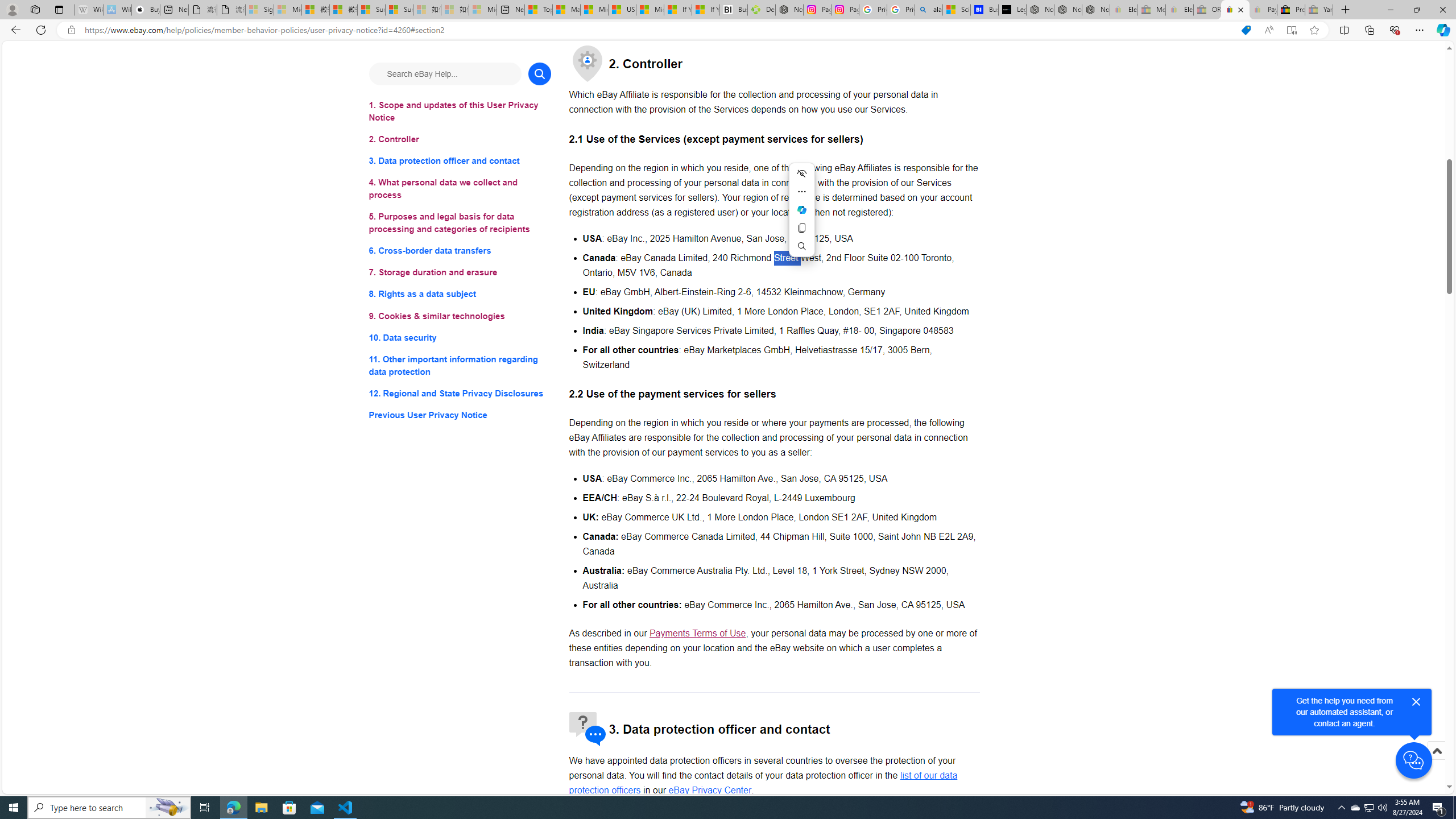 This screenshot has height=819, width=1456. Describe the element at coordinates (459, 316) in the screenshot. I see `'9. Cookies & similar technologies'` at that location.